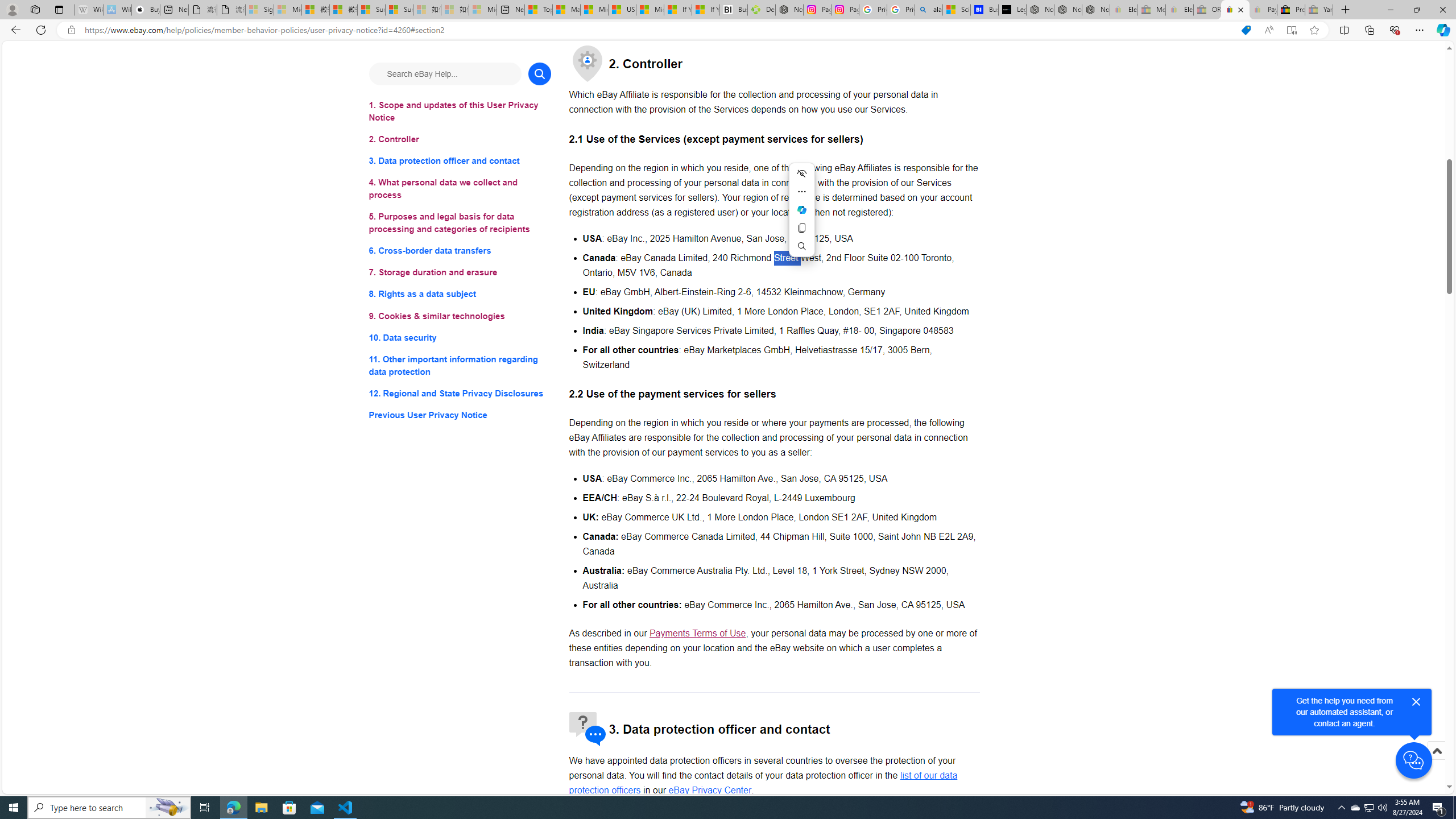 This screenshot has height=819, width=1456. Describe the element at coordinates (459, 316) in the screenshot. I see `'9. Cookies & similar technologies'` at that location.